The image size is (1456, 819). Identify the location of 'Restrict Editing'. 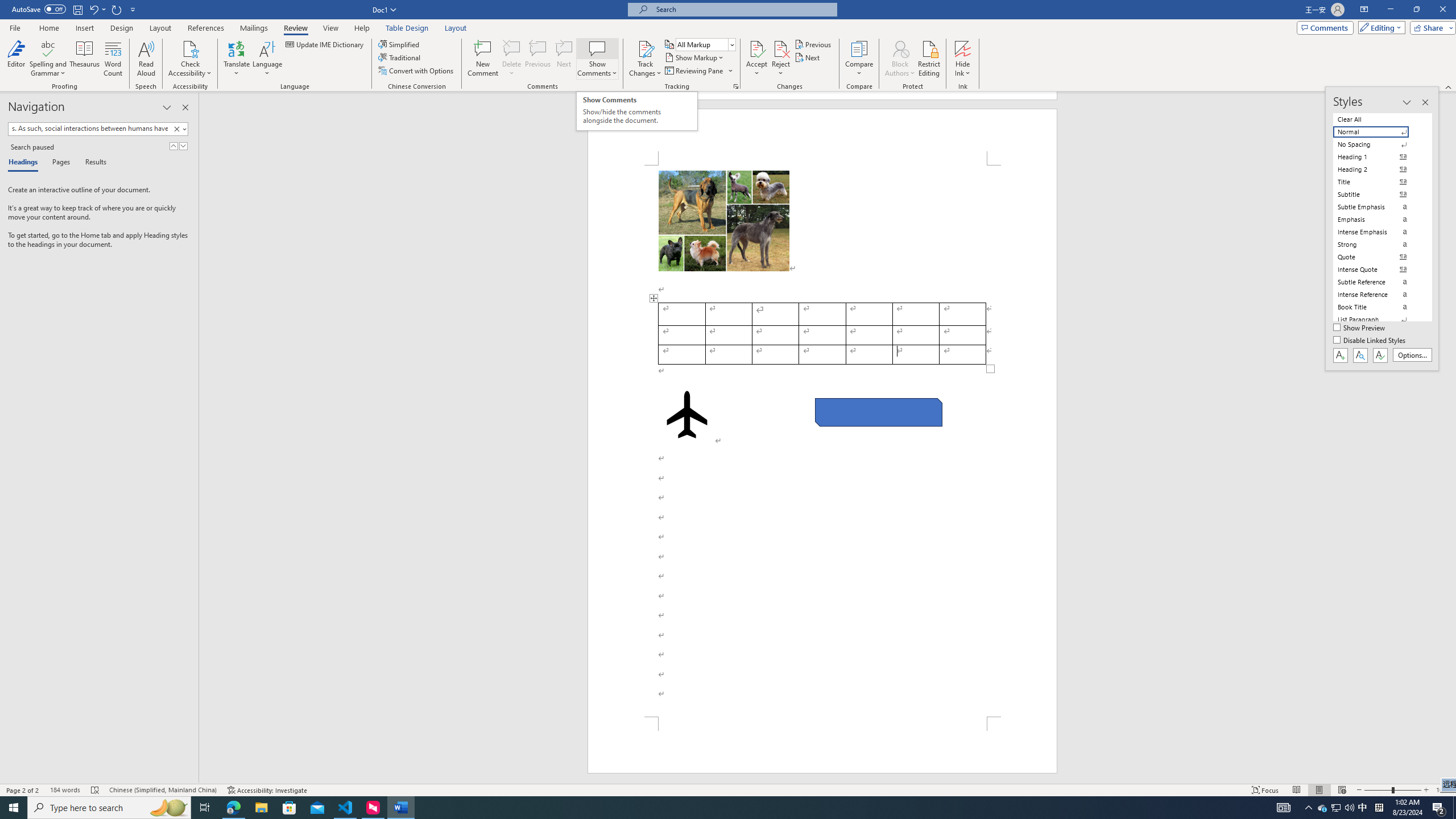
(929, 59).